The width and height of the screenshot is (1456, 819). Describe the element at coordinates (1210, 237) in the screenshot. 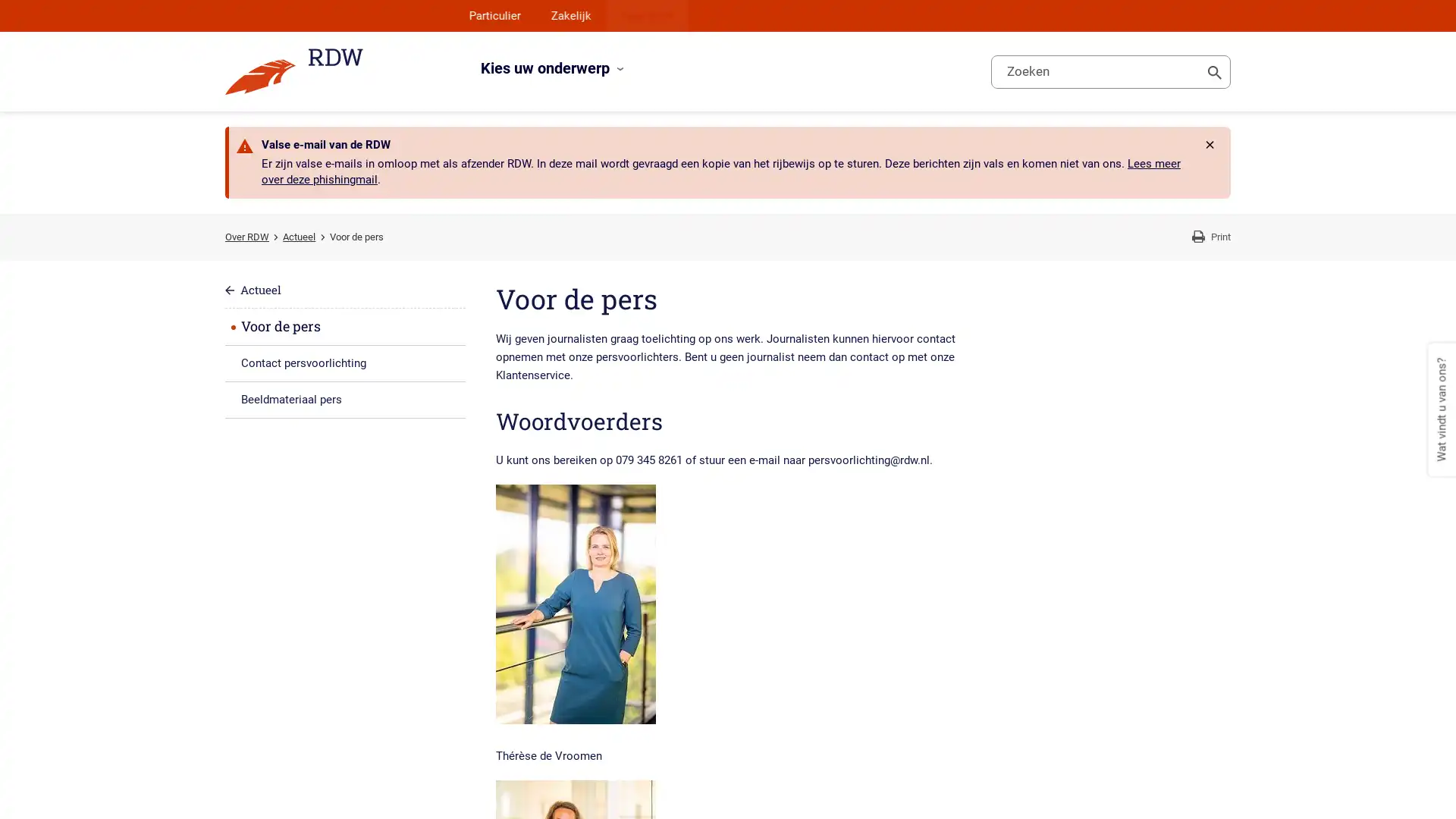

I see `Print` at that location.